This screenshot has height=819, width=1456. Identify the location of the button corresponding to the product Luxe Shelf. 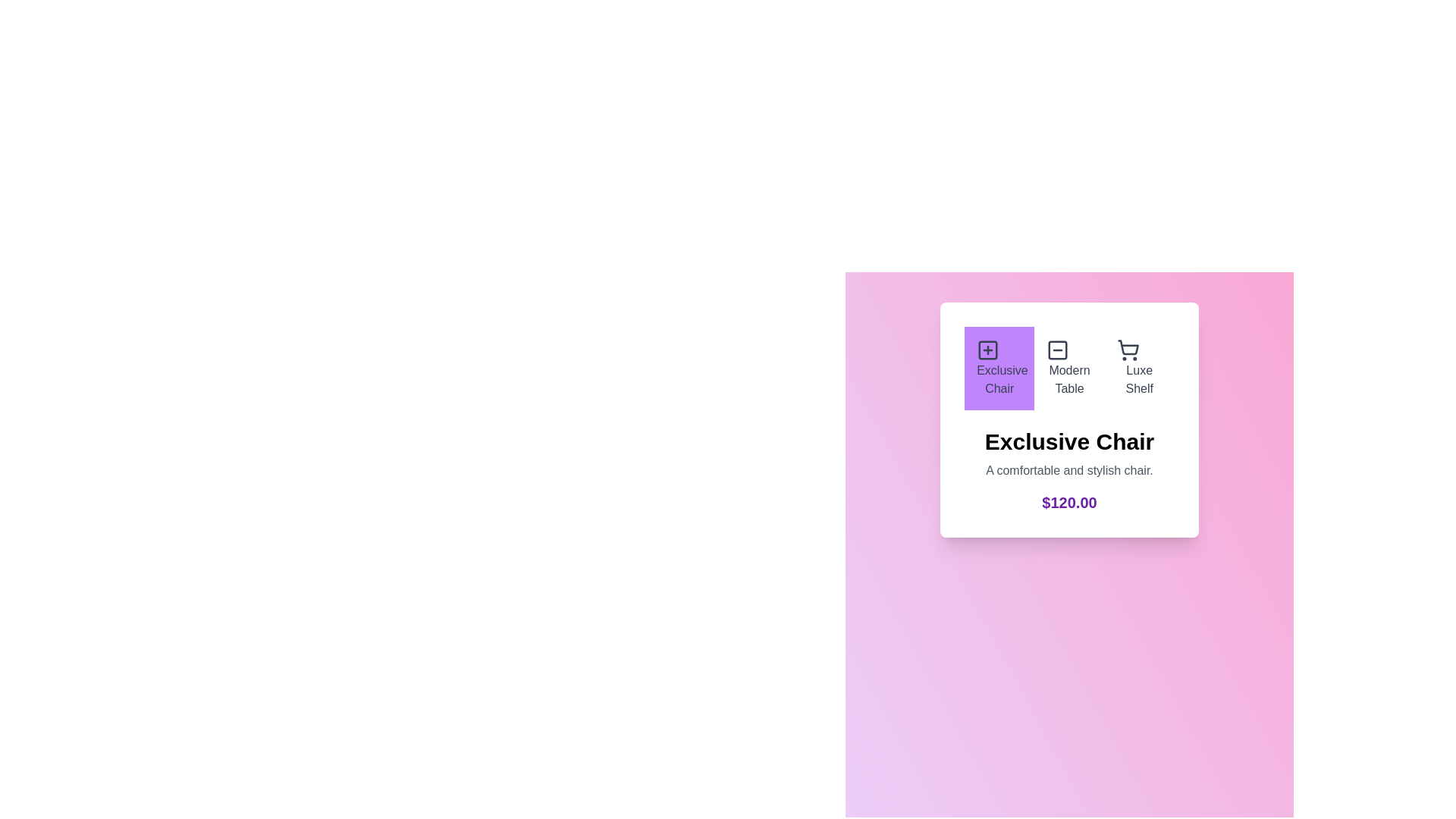
(1139, 369).